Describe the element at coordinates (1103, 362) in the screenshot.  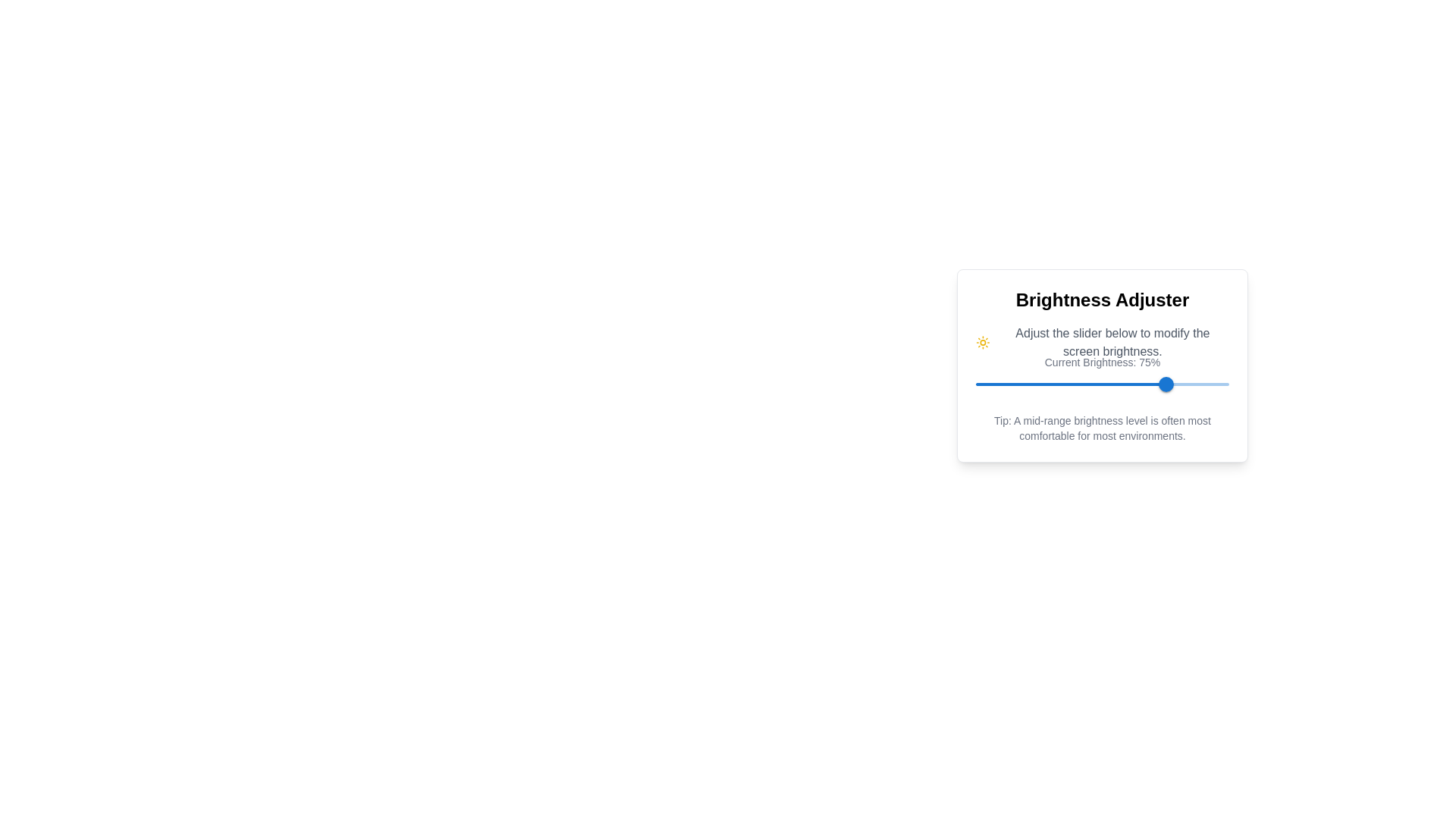
I see `the brightness level text label that displays '75%' above the associated slider control` at that location.